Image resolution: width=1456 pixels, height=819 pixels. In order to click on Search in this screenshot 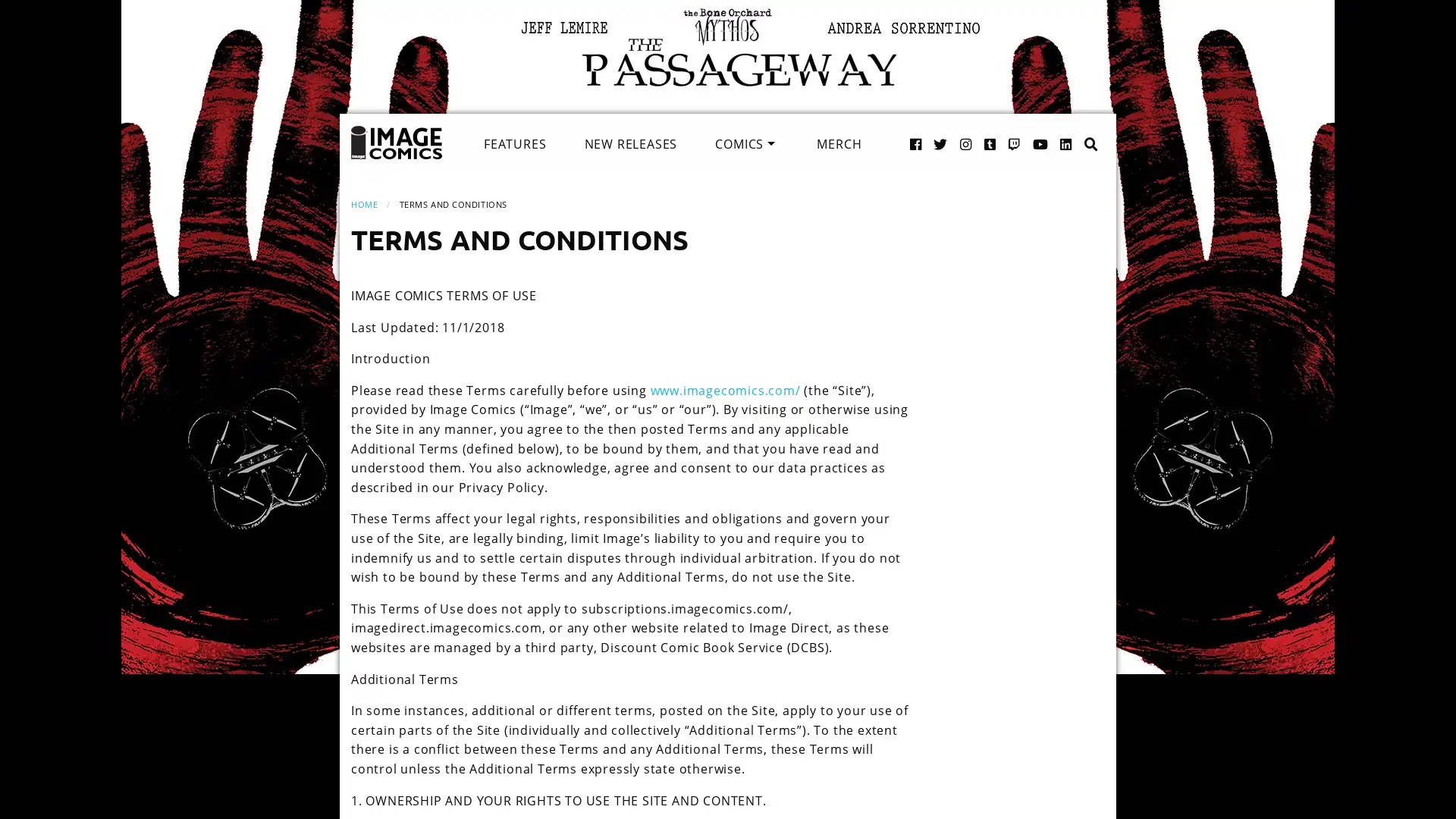, I will do `click(1075, 127)`.